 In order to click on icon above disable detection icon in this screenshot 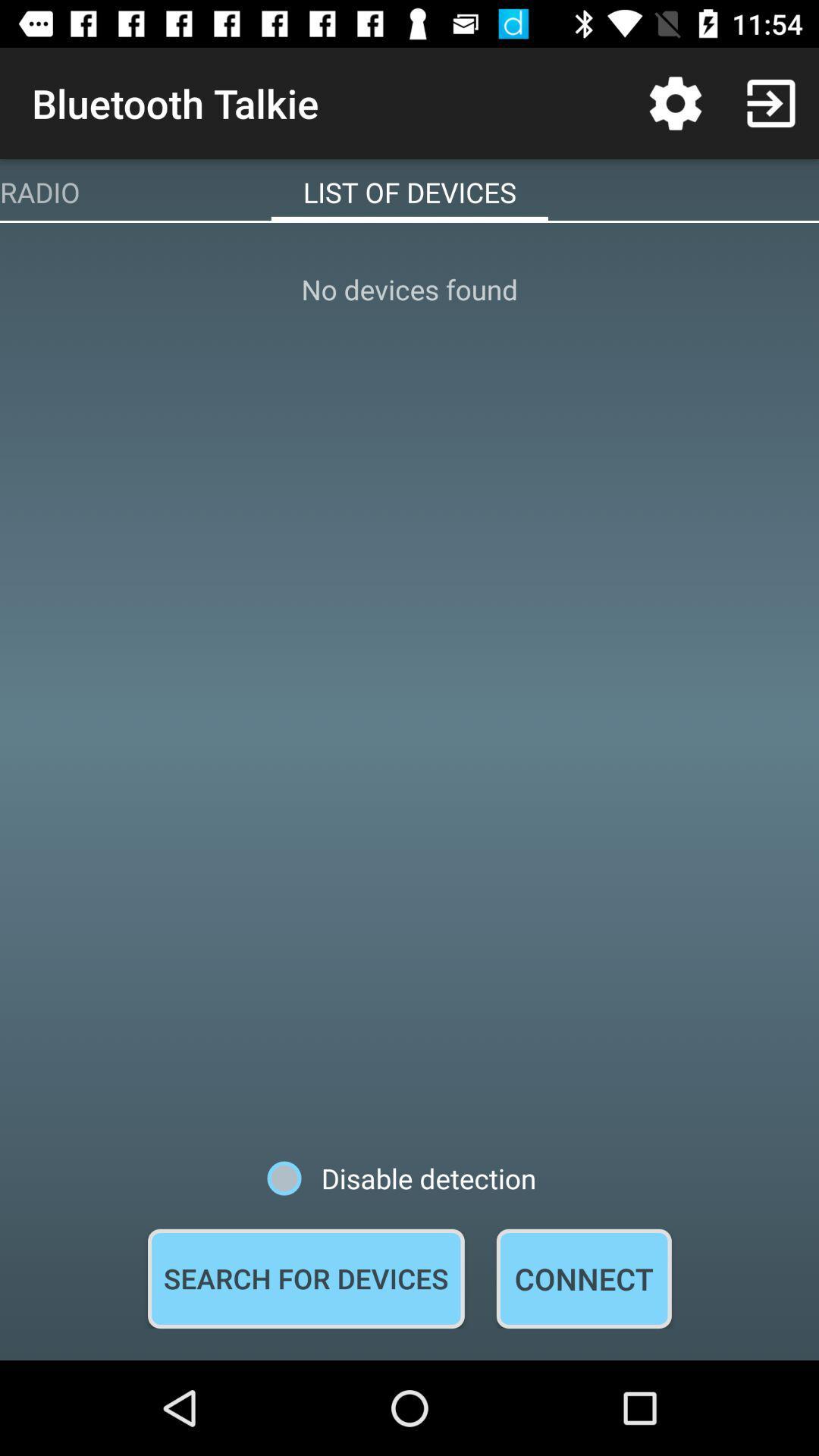, I will do `click(409, 690)`.